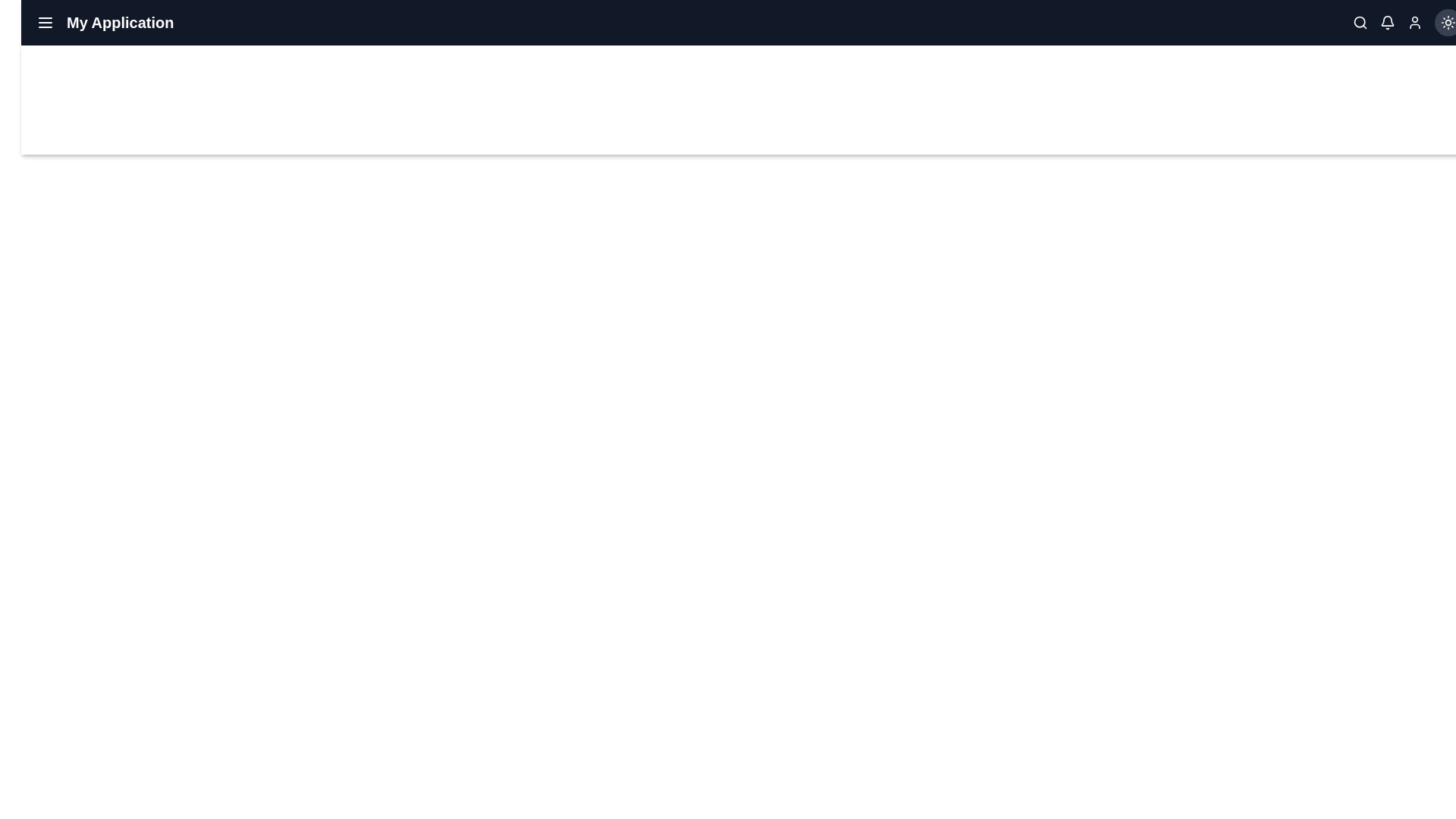 This screenshot has width=1456, height=819. I want to click on the menu toggle button located in the top-left corner of the interface, so click(45, 23).